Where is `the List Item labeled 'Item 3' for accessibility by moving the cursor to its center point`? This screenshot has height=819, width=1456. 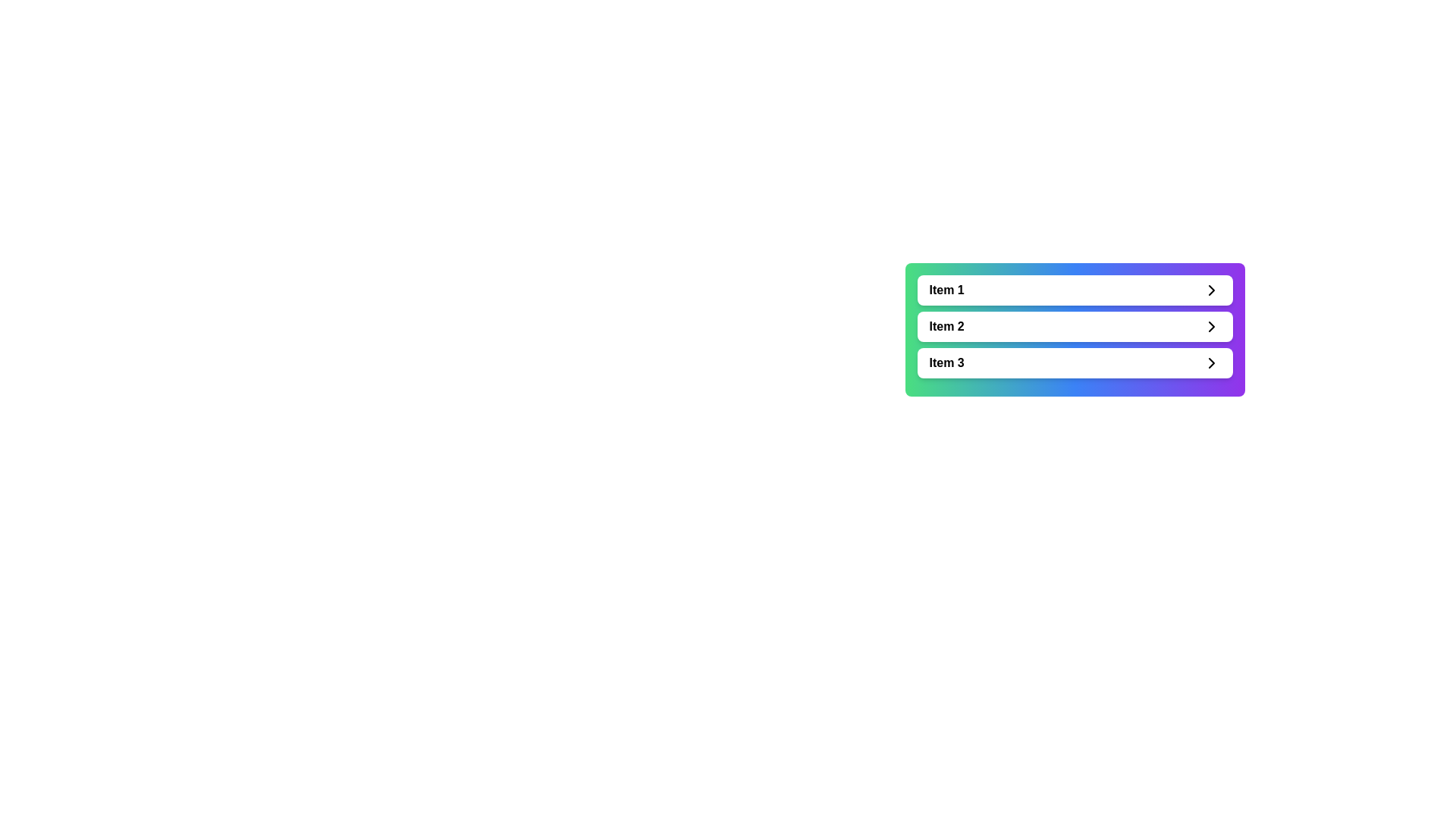
the List Item labeled 'Item 3' for accessibility by moving the cursor to its center point is located at coordinates (1074, 362).